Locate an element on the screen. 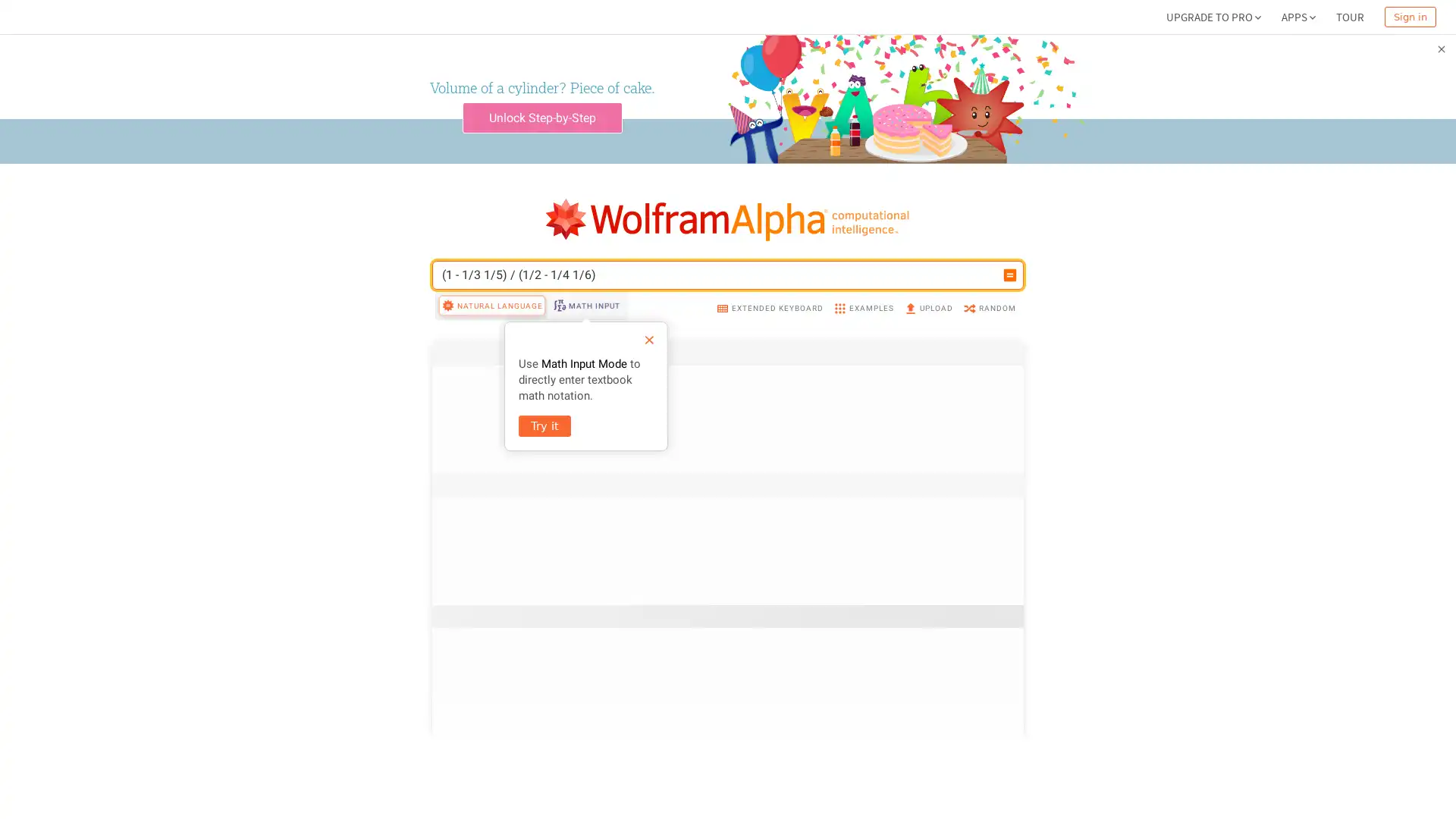  Fraction form is located at coordinates (972, 752).